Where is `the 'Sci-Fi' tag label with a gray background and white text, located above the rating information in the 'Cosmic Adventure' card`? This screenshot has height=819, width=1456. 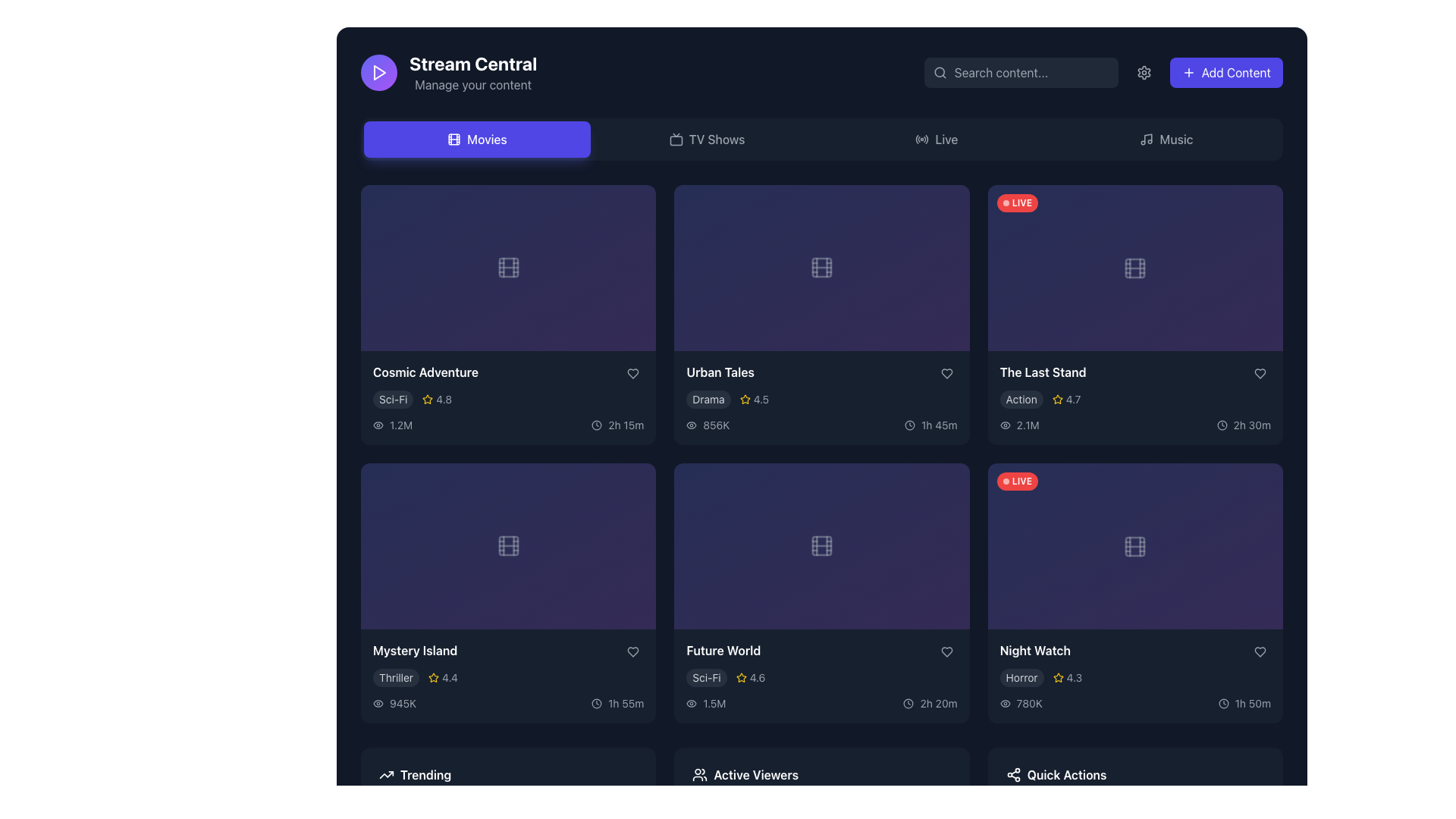
the 'Sci-Fi' tag label with a gray background and white text, located above the rating information in the 'Cosmic Adventure' card is located at coordinates (393, 398).